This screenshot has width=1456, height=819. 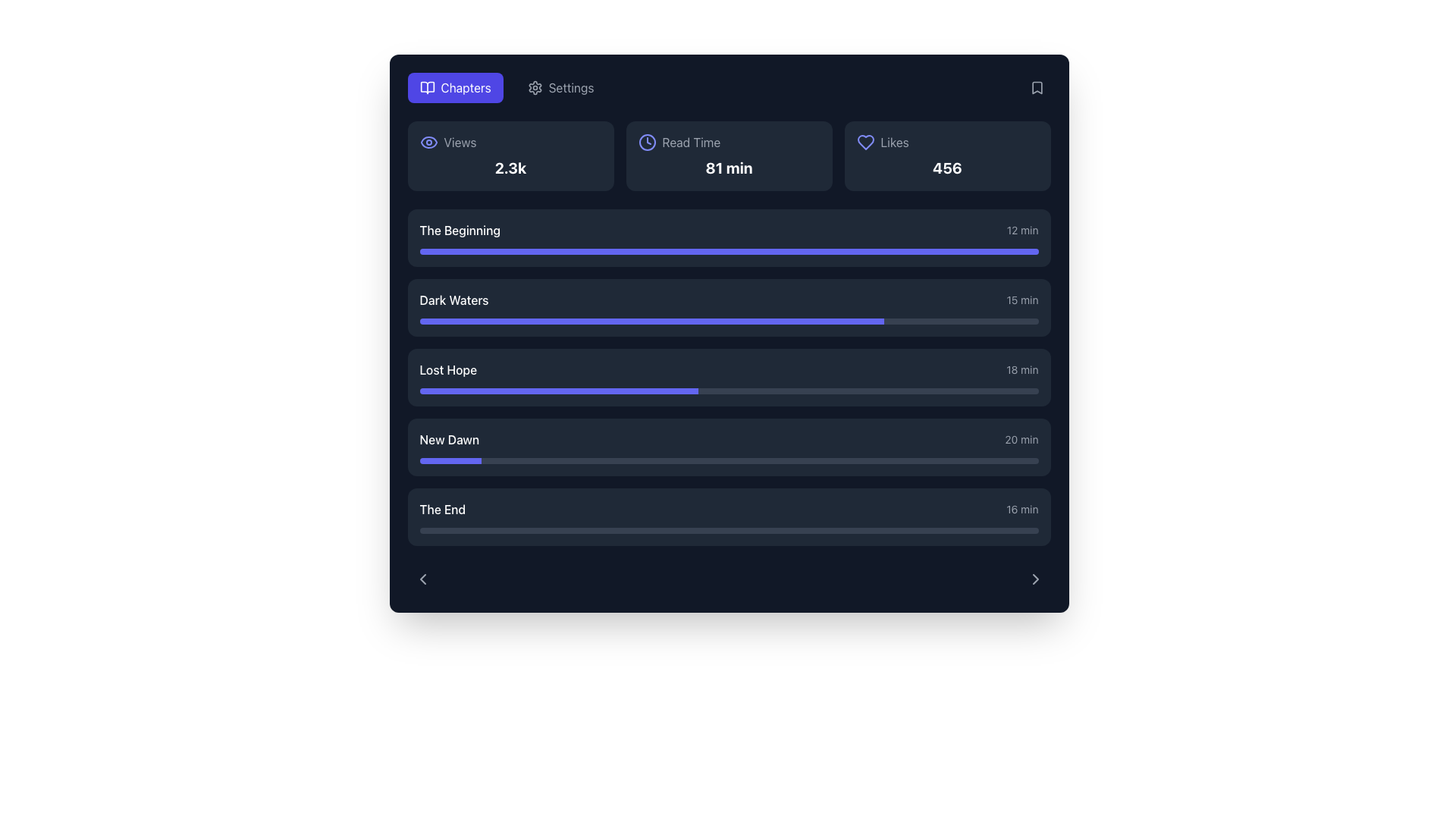 What do you see at coordinates (558, 391) in the screenshot?
I see `the indigo-colored progress bar segment that represents completion under the 'Lost Hope' label` at bounding box center [558, 391].